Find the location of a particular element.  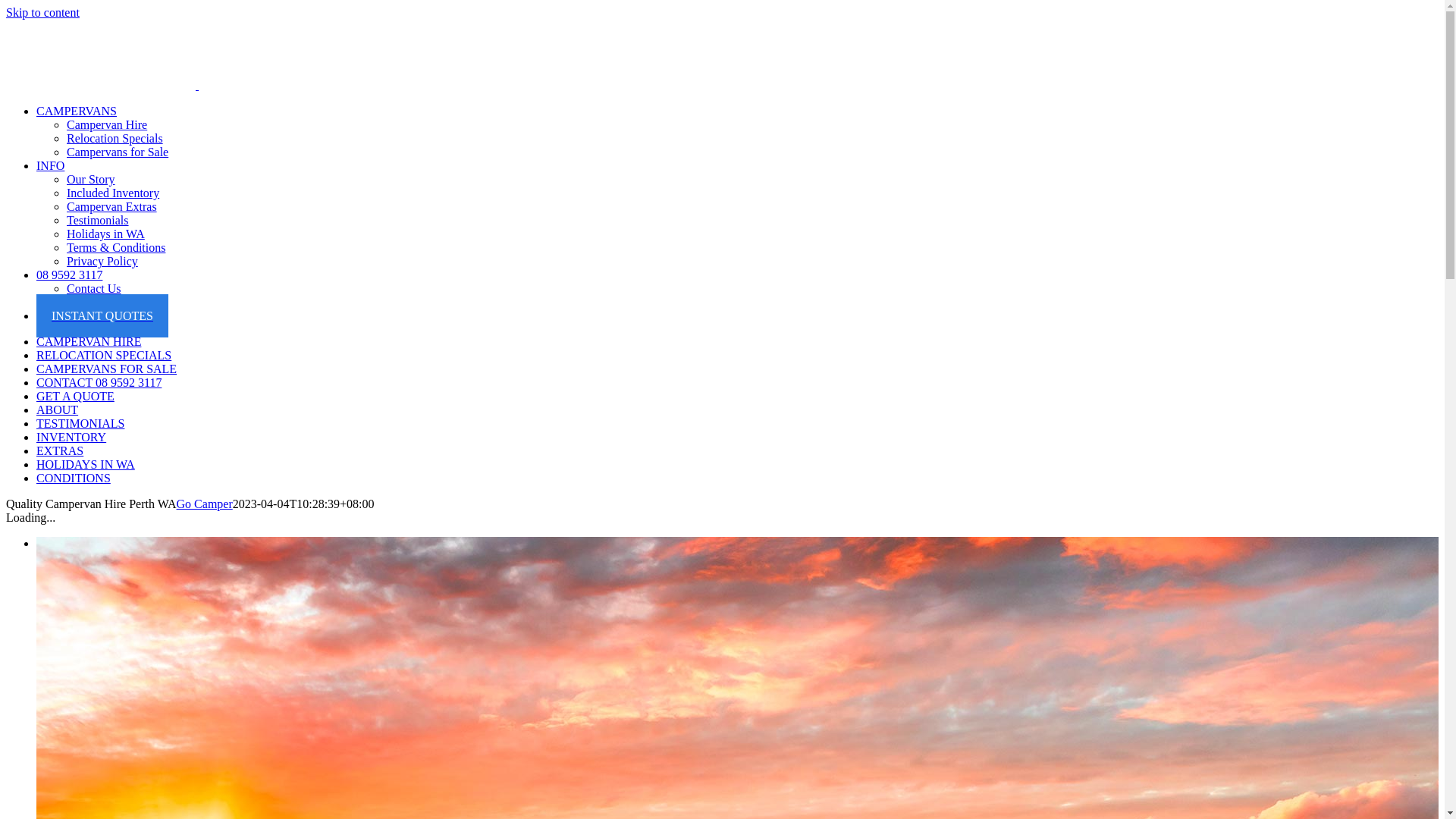

'GET A QUOTE' is located at coordinates (36, 395).